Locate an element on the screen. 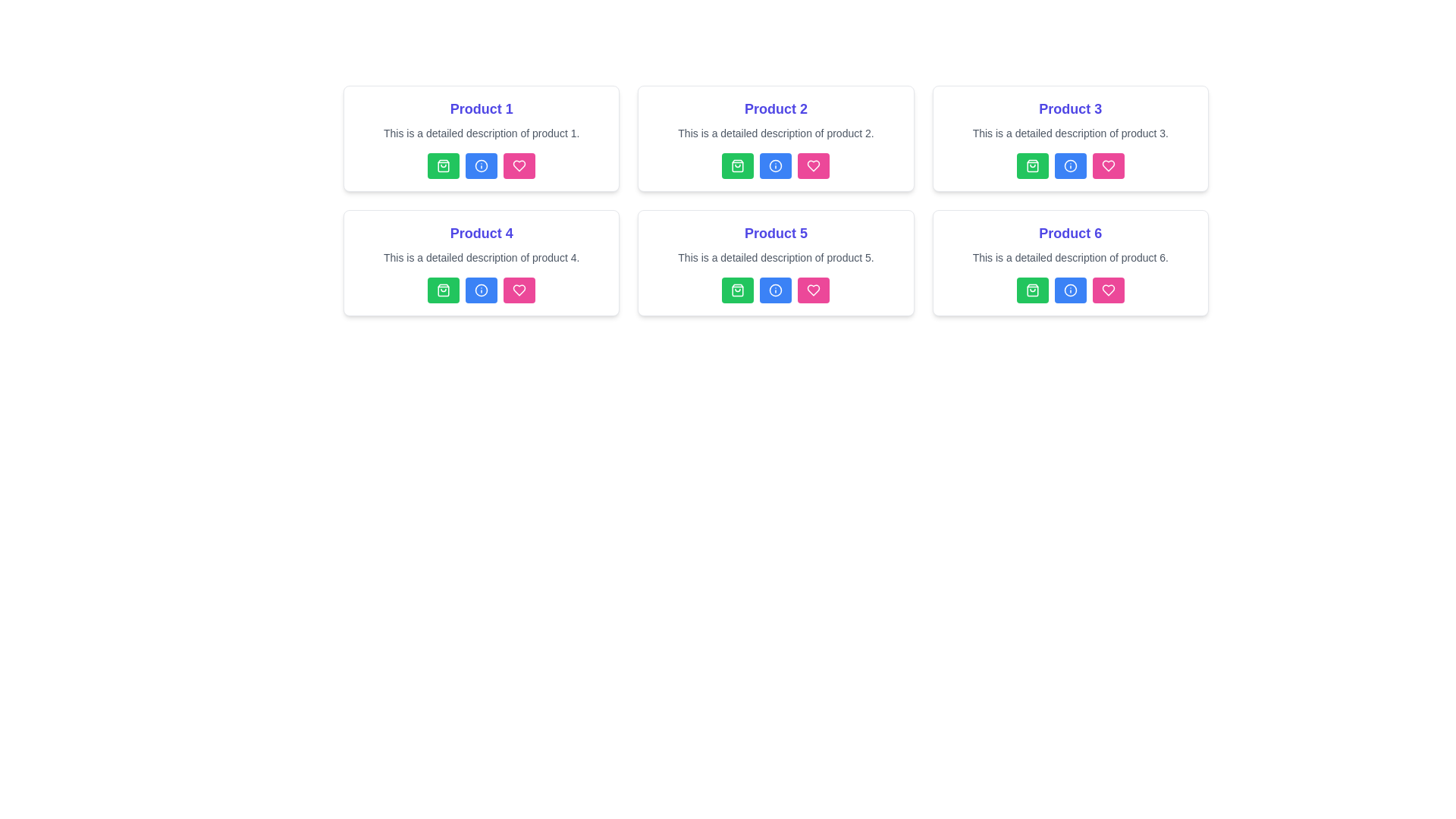 This screenshot has width=1456, height=819. the green rectangular button with rounded corners and a shopping bag icon located below the text 'Product 3' is located at coordinates (1031, 166).